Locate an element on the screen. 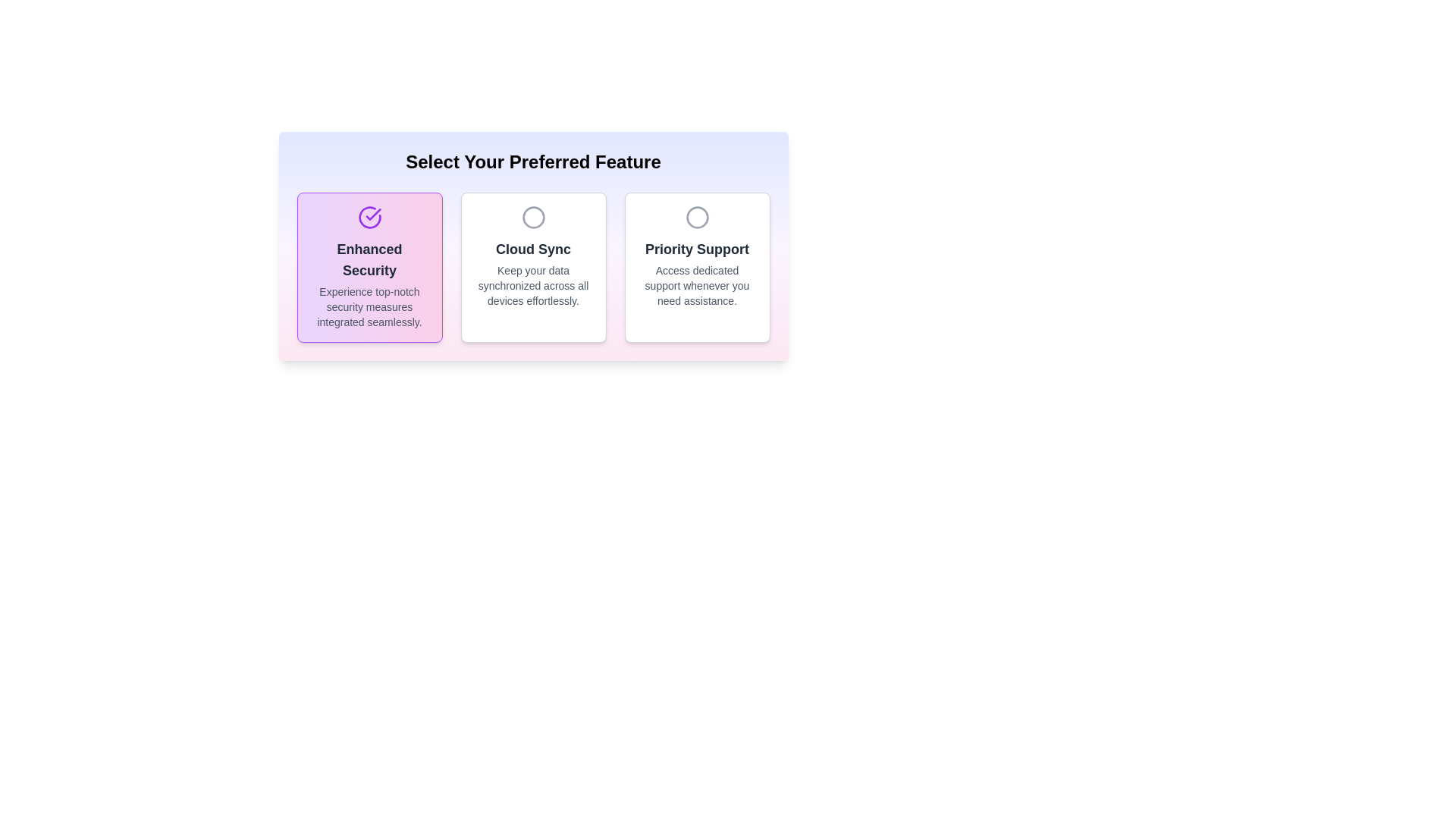  the purple circular icon with a checkmark in the center, located on the 'Enhanced Security' card within the 'Select Your Preferred Feature' interface is located at coordinates (369, 217).